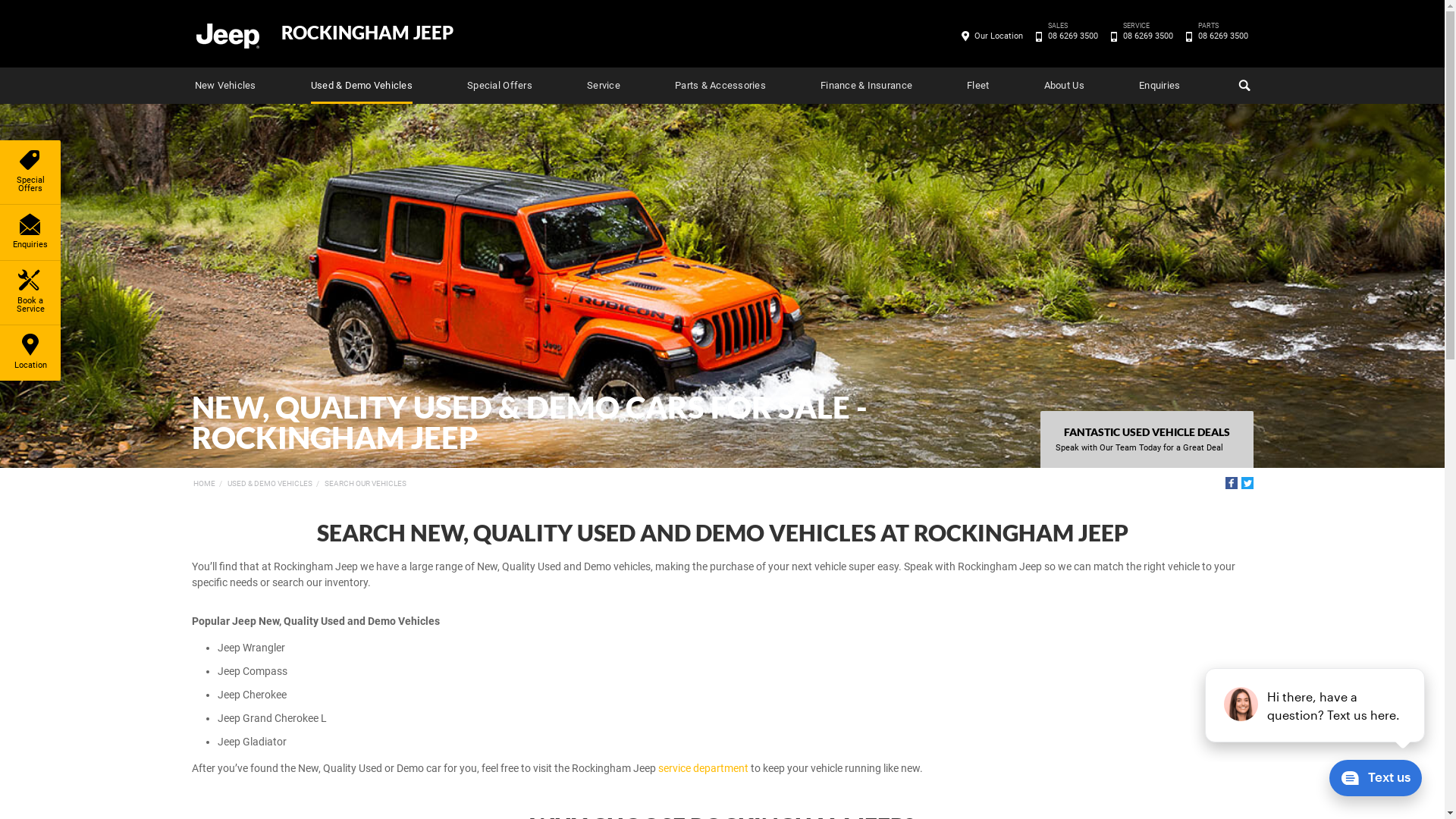 The image size is (1456, 819). What do you see at coordinates (603, 85) in the screenshot?
I see `'Service'` at bounding box center [603, 85].